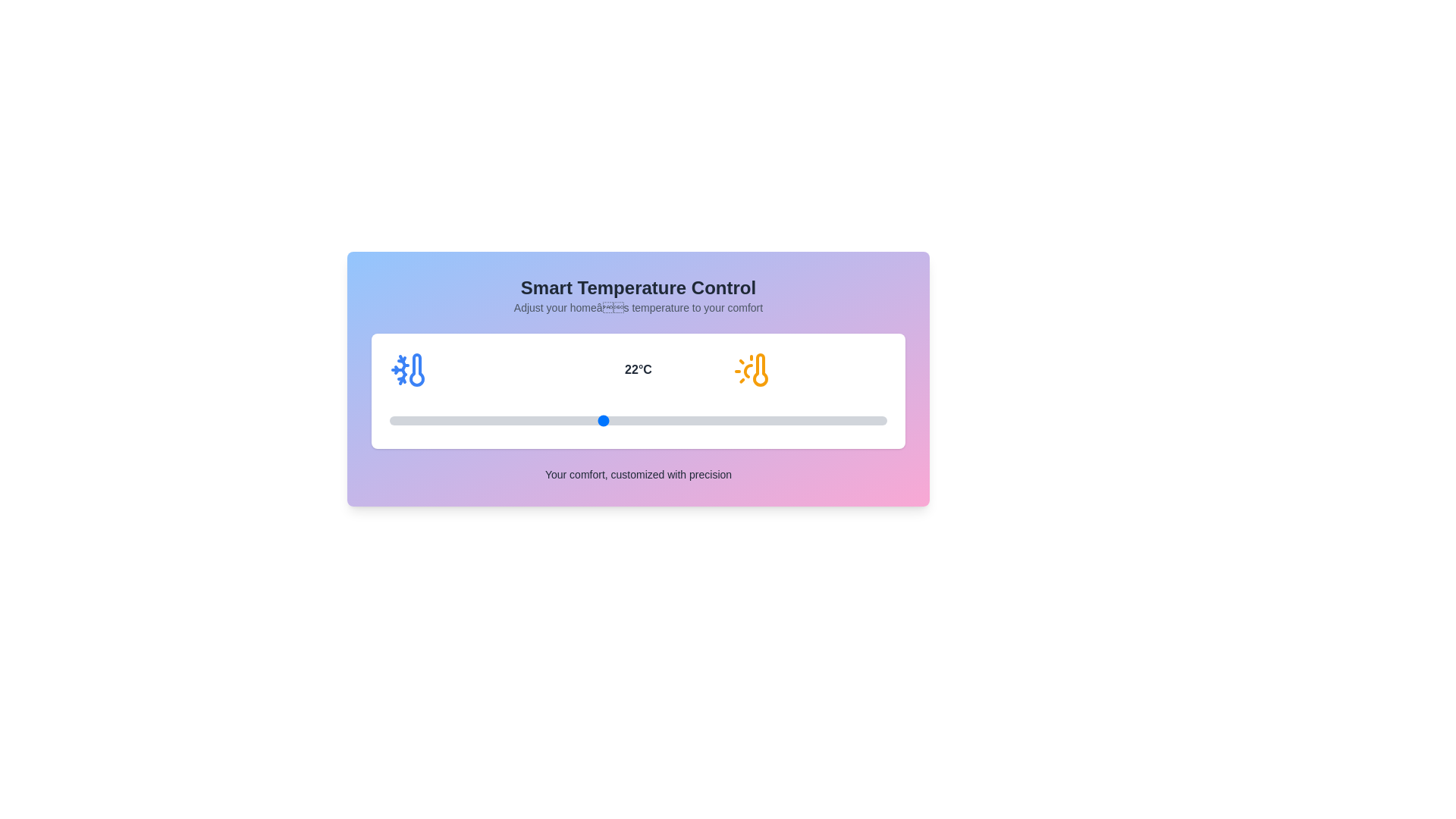 This screenshot has width=1456, height=819. Describe the element at coordinates (389, 421) in the screenshot. I see `the temperature to 16°C by interacting with the slider` at that location.